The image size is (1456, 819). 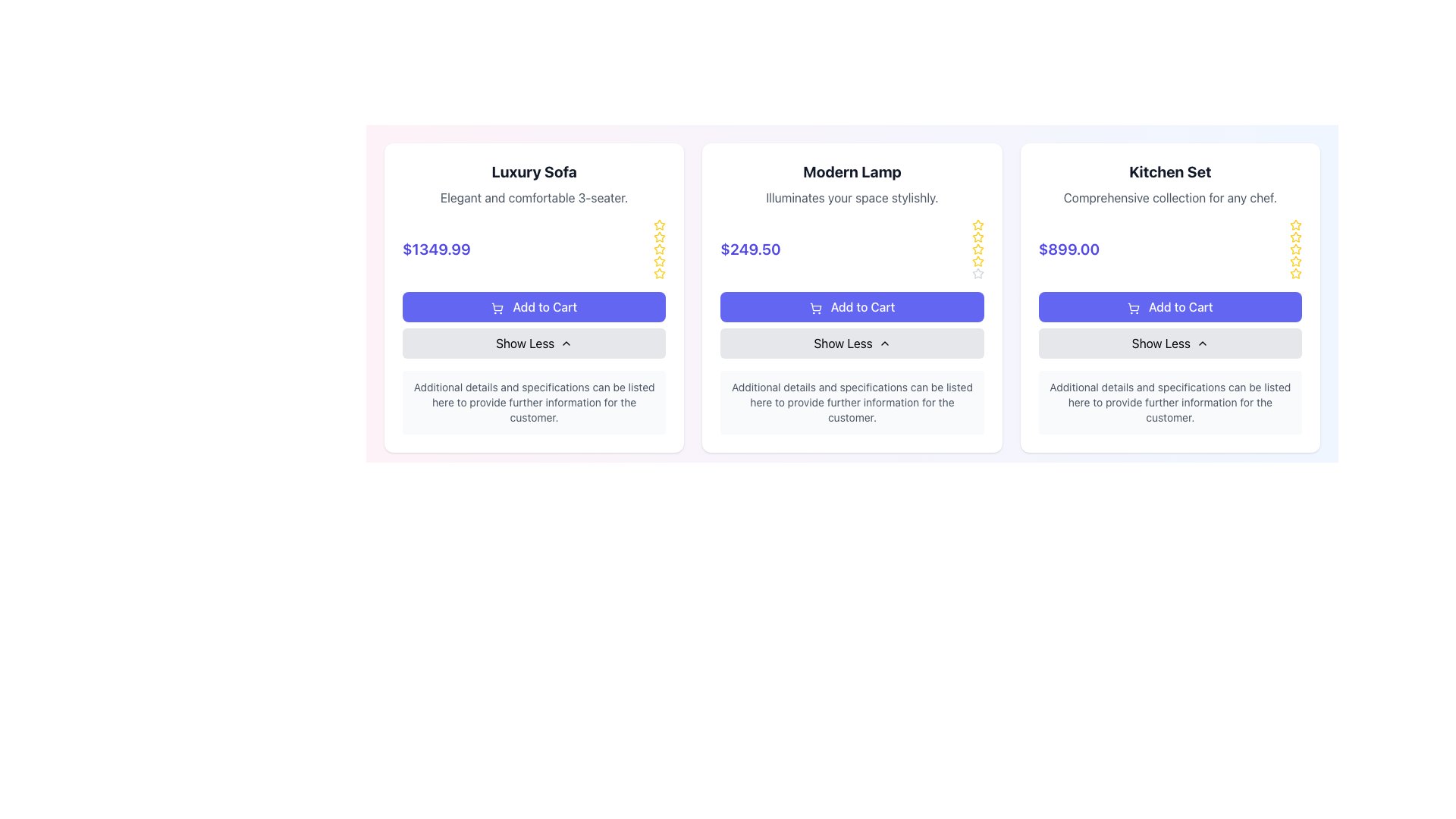 I want to click on brief description text block located in the upper section of the 'Kitchen Set' product card, which is positioned just below the title and above the pricing information, so click(x=1169, y=197).